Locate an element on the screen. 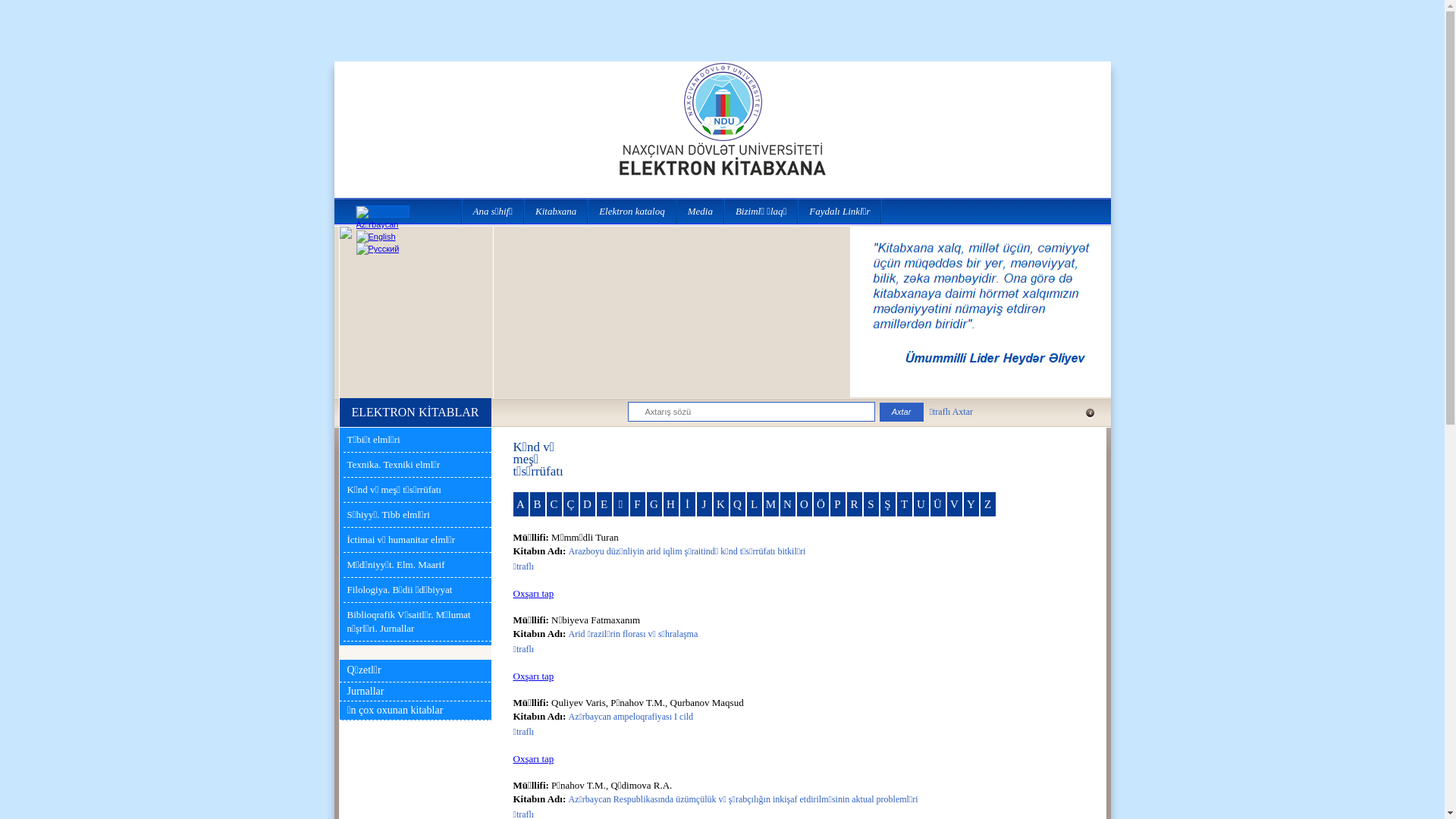 This screenshot has width=1456, height=819. 'T' is located at coordinates (904, 504).